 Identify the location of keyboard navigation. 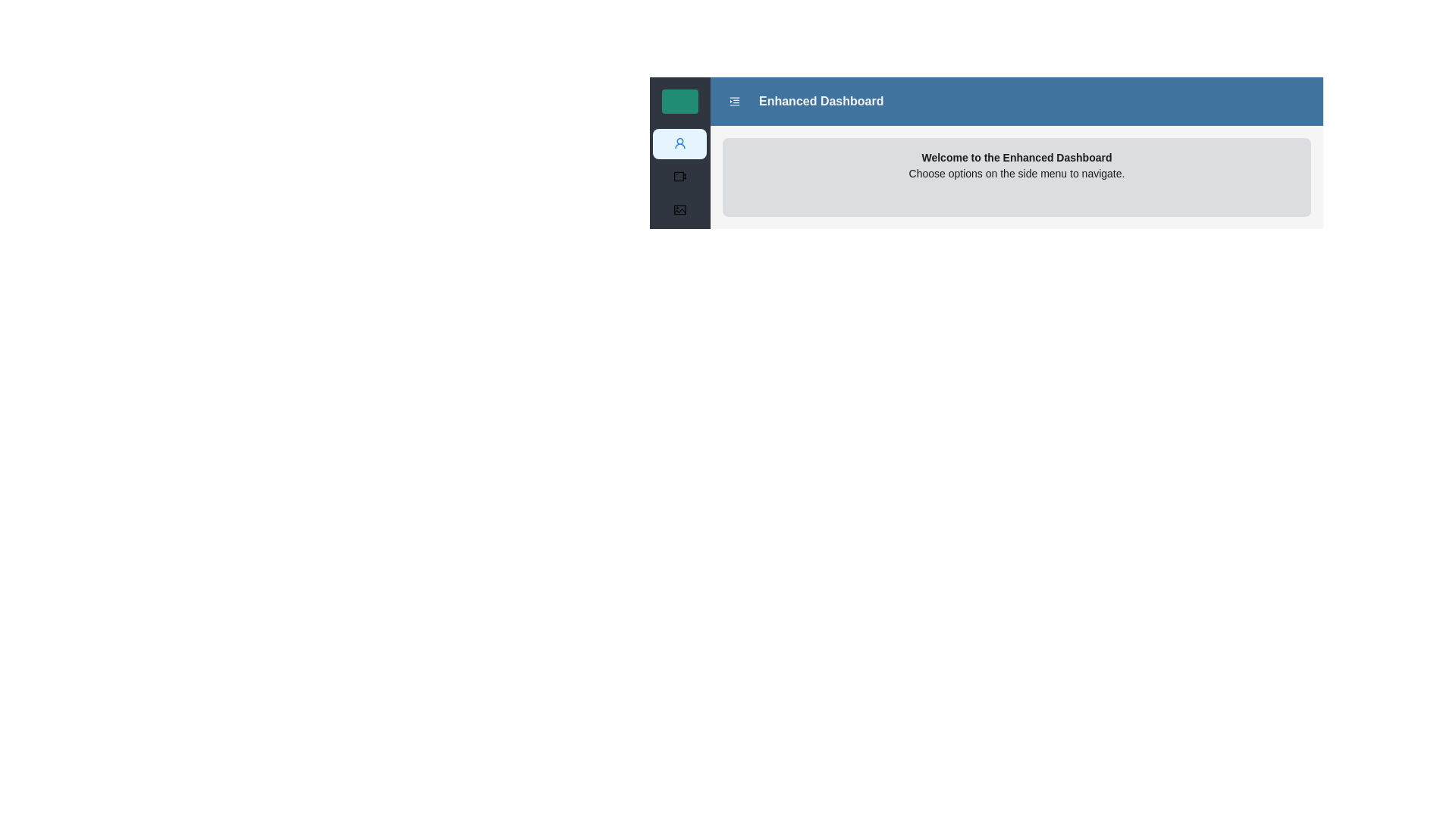
(679, 143).